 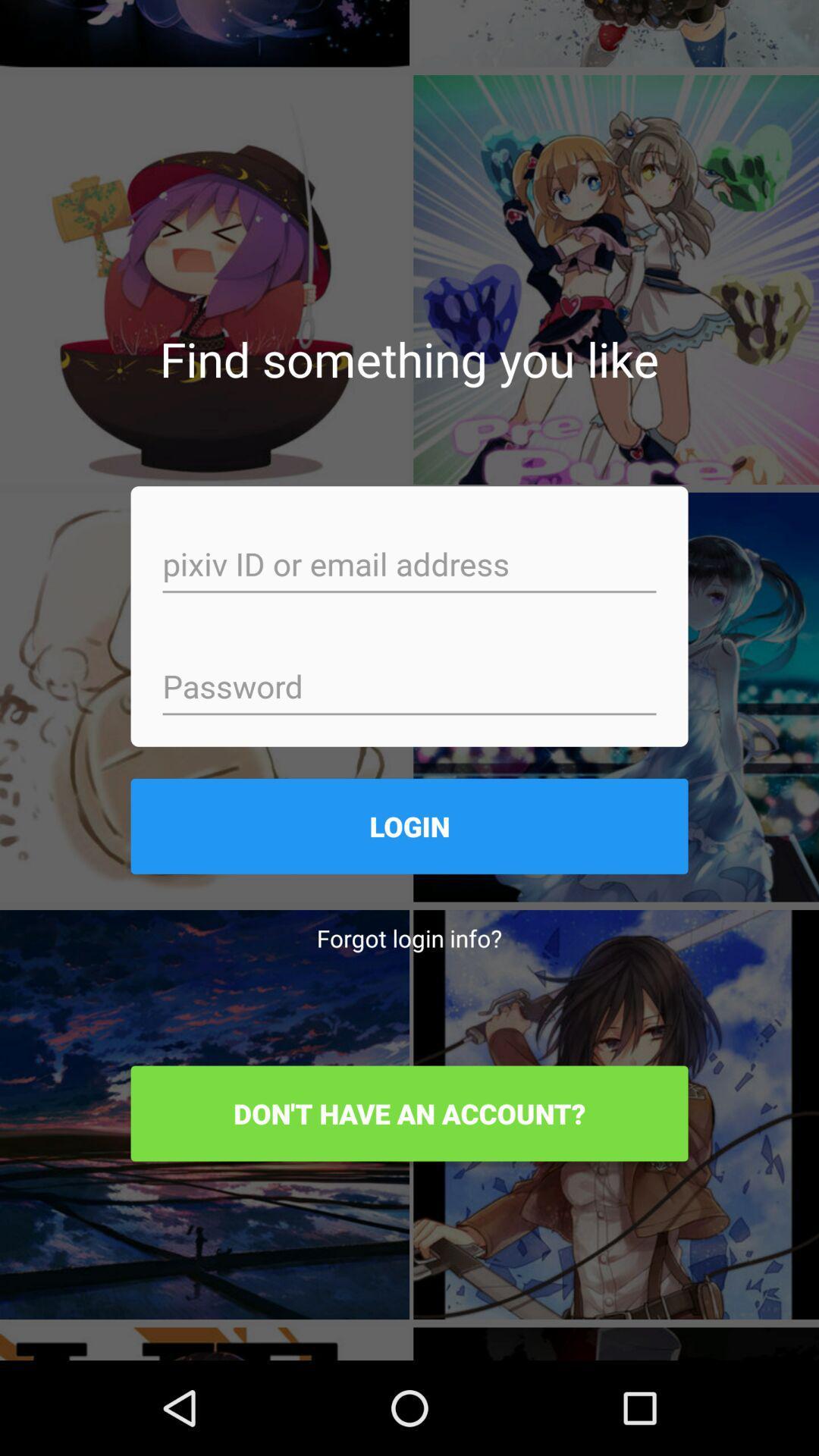 What do you see at coordinates (409, 1113) in the screenshot?
I see `item below forgot login info? item` at bounding box center [409, 1113].